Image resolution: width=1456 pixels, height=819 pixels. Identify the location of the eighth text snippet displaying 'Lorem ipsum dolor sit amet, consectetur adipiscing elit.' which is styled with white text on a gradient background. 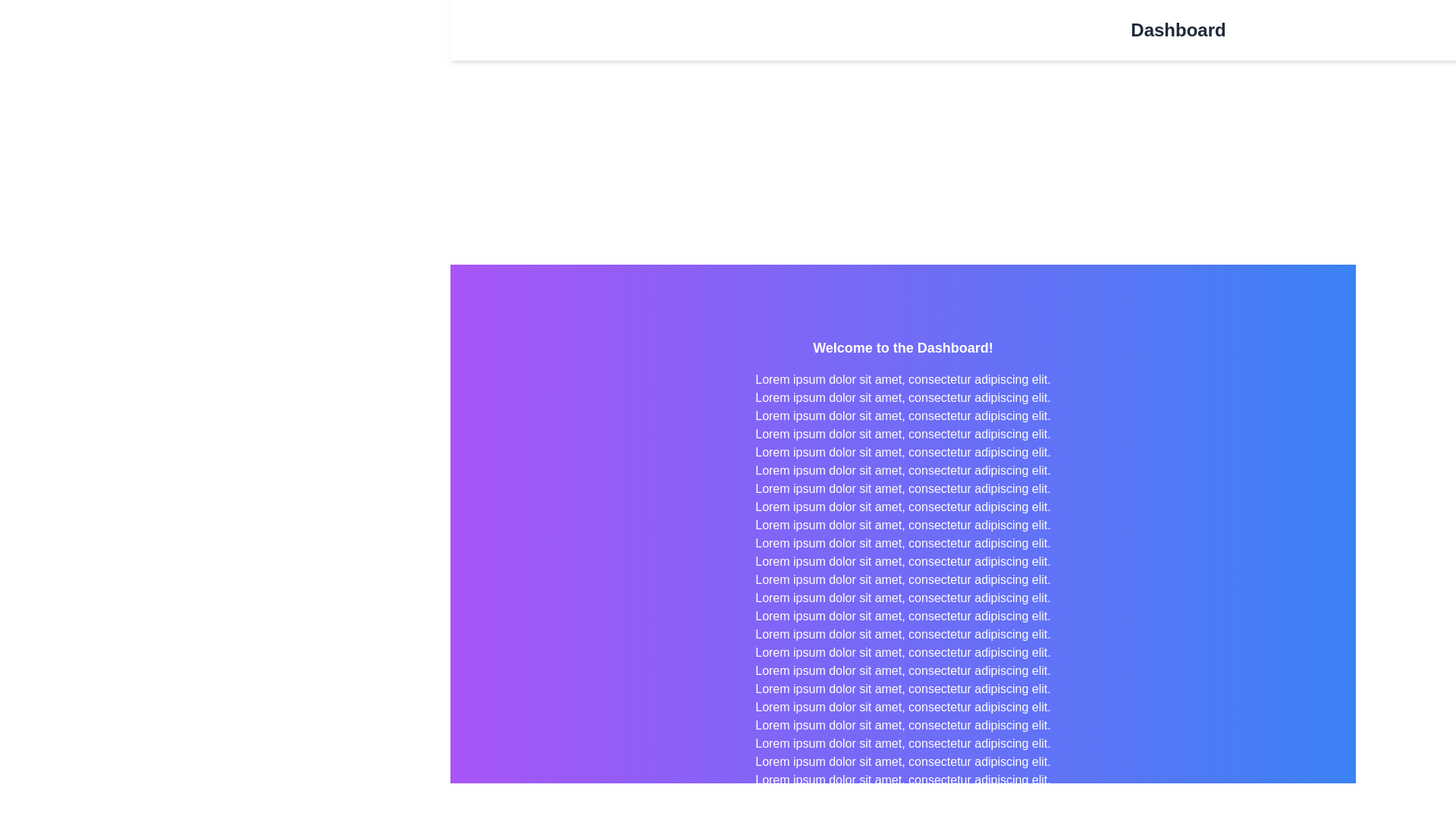
(902, 488).